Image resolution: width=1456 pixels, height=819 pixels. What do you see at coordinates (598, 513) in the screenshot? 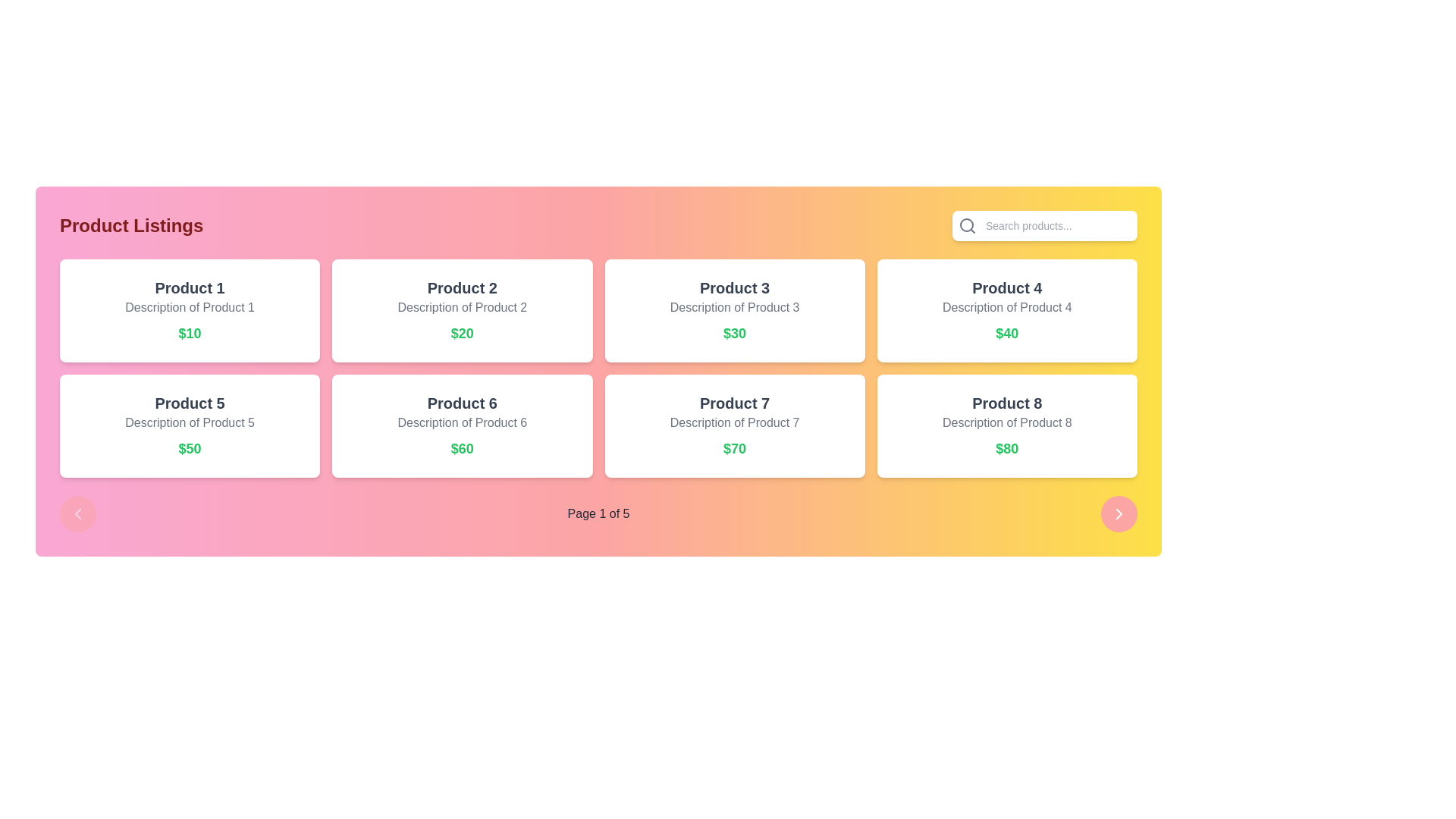
I see `the pagination indicator text label that shows the current page number and total pages, located centrally near the bottom of the product listing interface, between the left and right navigation buttons` at bounding box center [598, 513].